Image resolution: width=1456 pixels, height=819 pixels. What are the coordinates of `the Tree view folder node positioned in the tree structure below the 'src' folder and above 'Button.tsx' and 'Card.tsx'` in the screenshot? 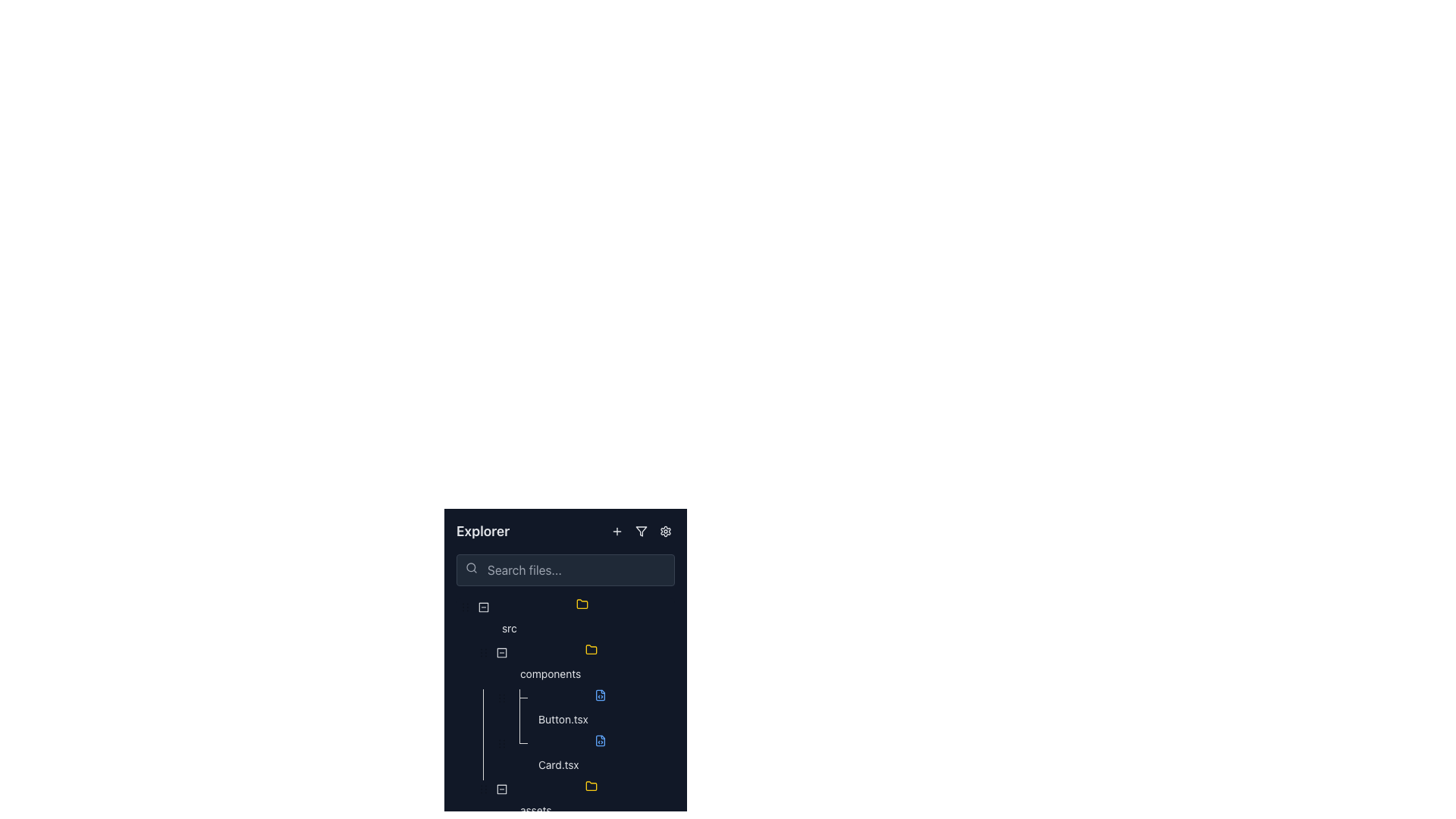 It's located at (564, 664).